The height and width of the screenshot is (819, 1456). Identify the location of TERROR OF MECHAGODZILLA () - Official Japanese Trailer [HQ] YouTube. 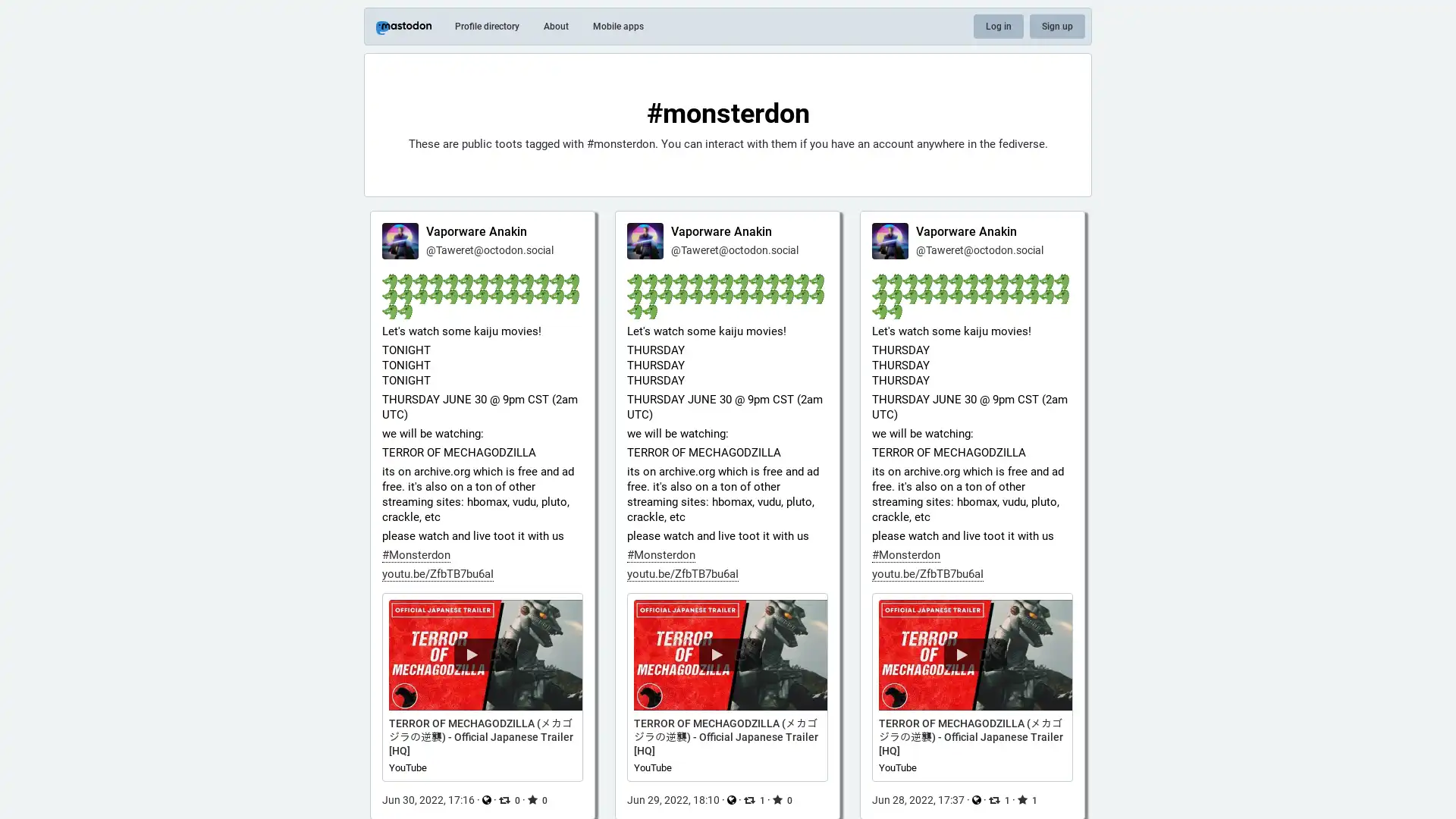
(972, 688).